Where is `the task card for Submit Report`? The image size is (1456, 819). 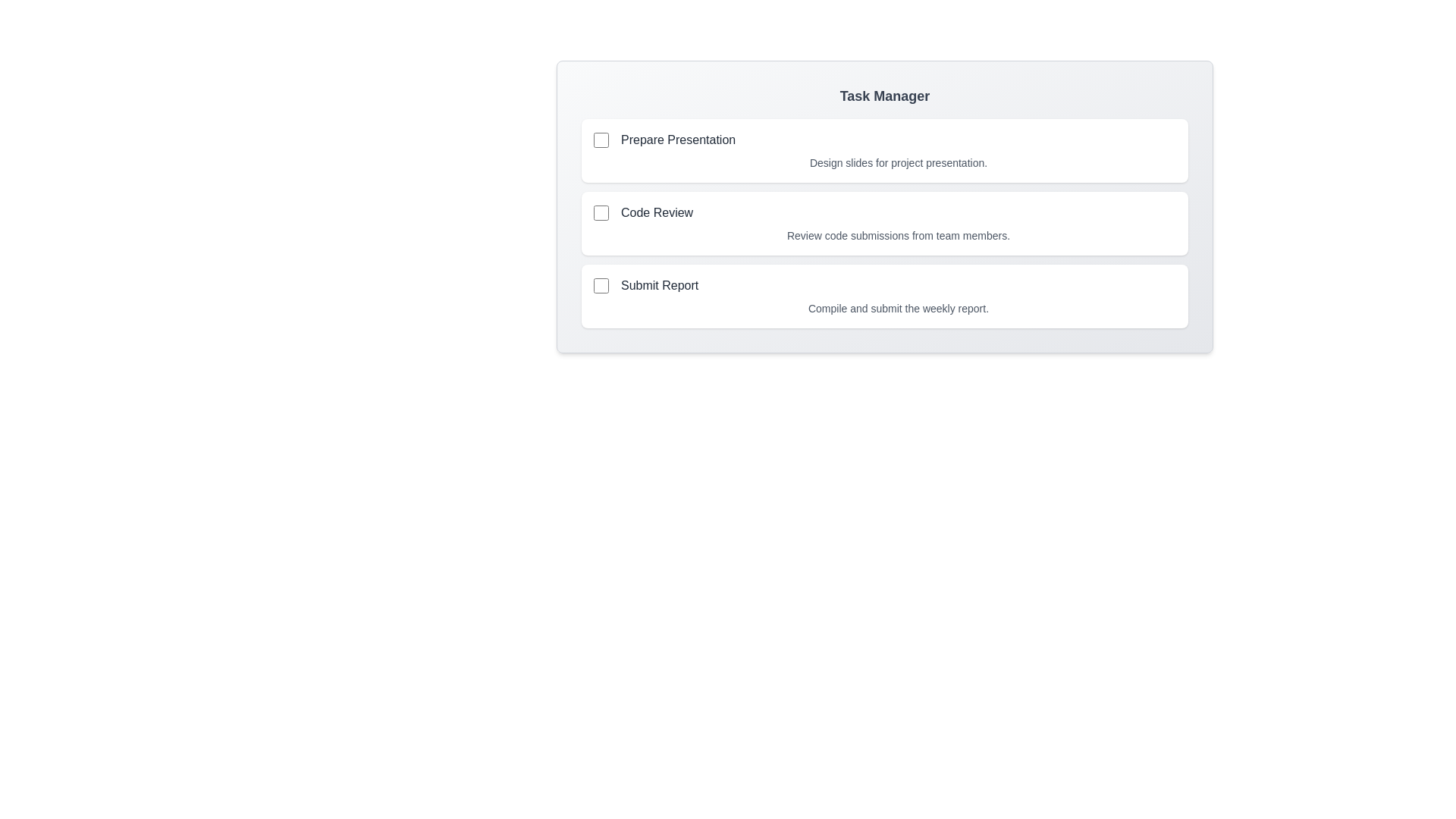
the task card for Submit Report is located at coordinates (884, 296).